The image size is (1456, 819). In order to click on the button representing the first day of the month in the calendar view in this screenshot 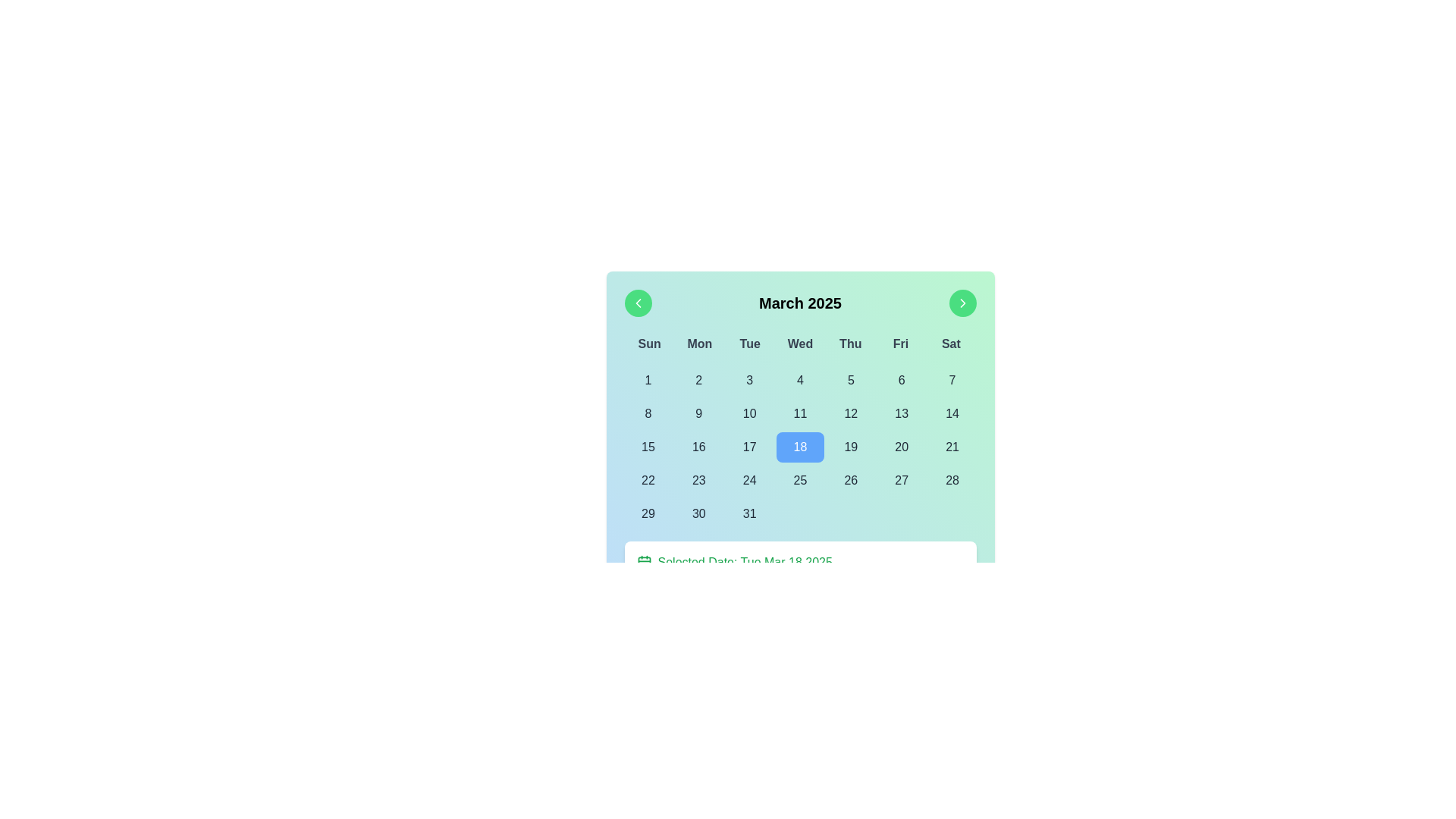, I will do `click(648, 379)`.